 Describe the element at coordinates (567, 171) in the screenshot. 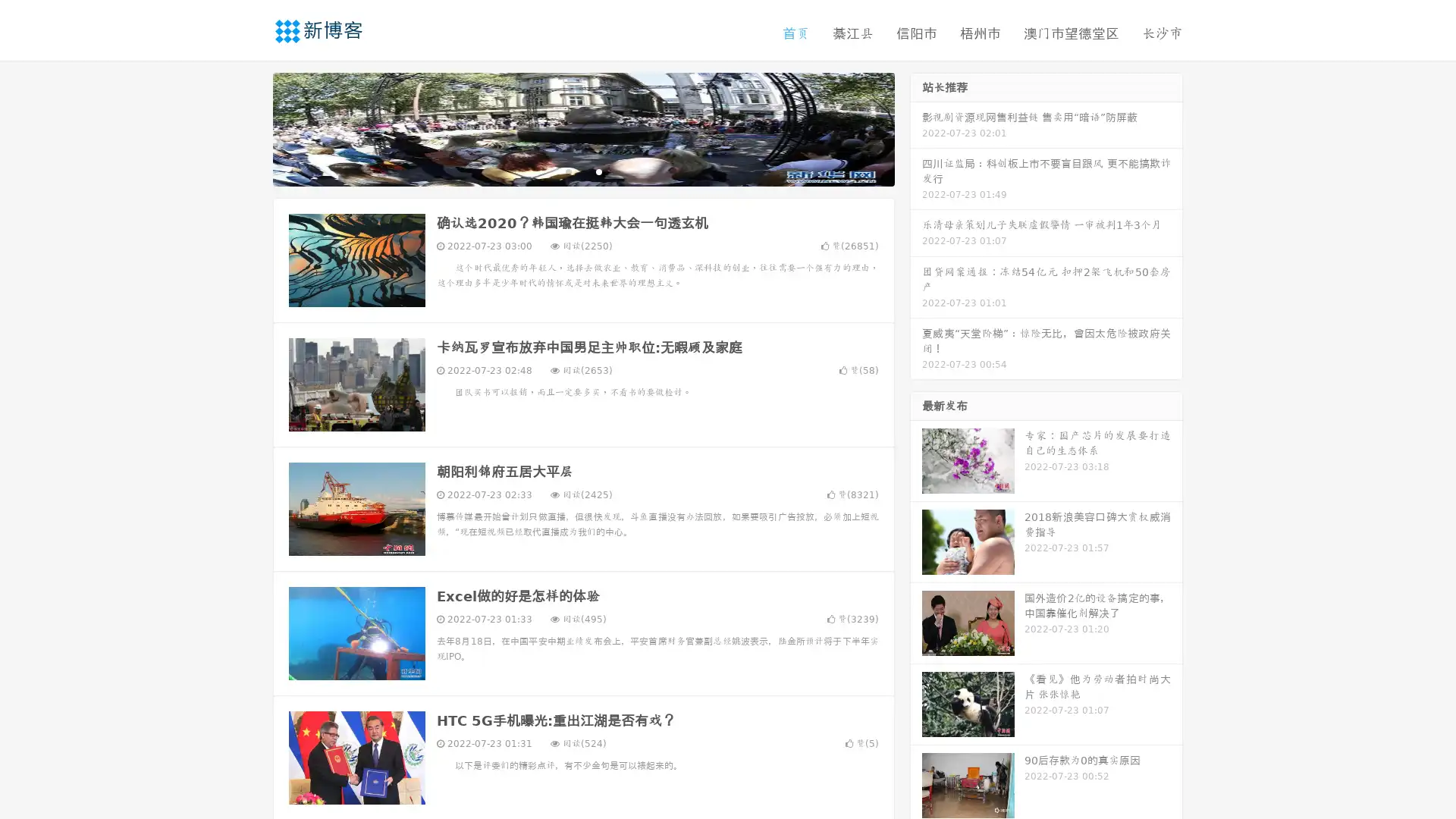

I see `Go to slide 1` at that location.